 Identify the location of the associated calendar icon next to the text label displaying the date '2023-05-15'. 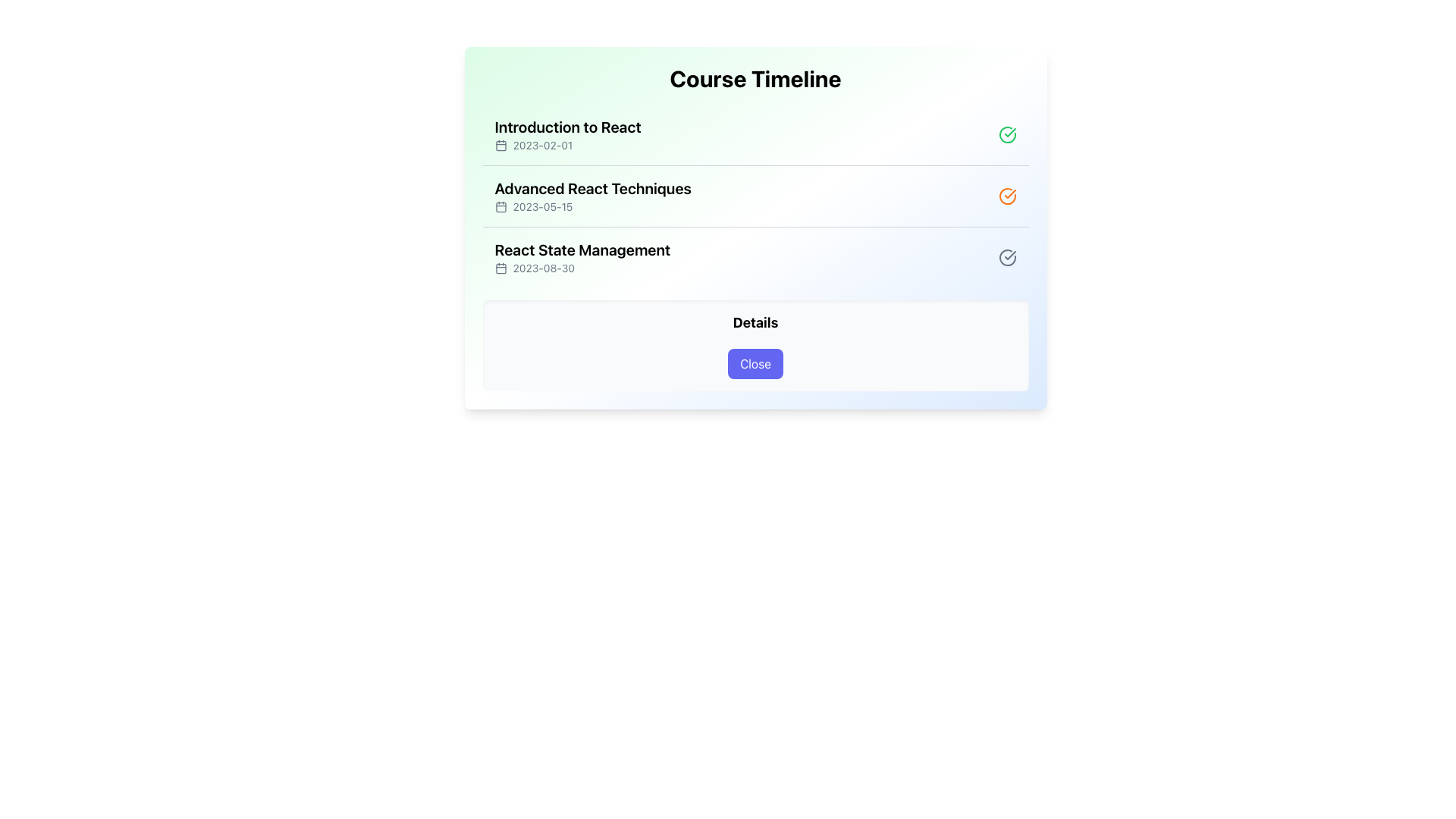
(592, 207).